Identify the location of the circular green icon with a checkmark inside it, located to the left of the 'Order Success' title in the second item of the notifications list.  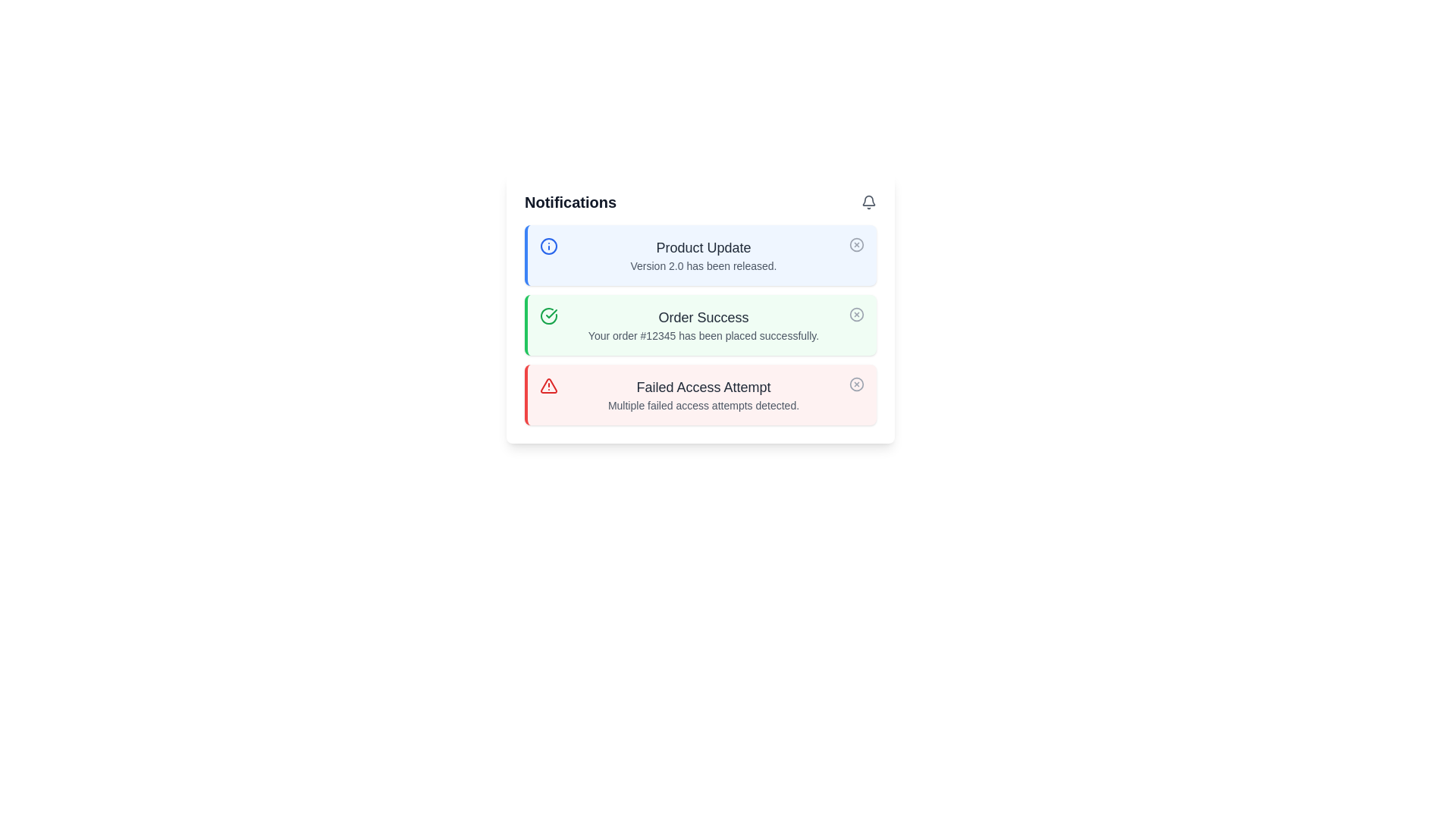
(548, 315).